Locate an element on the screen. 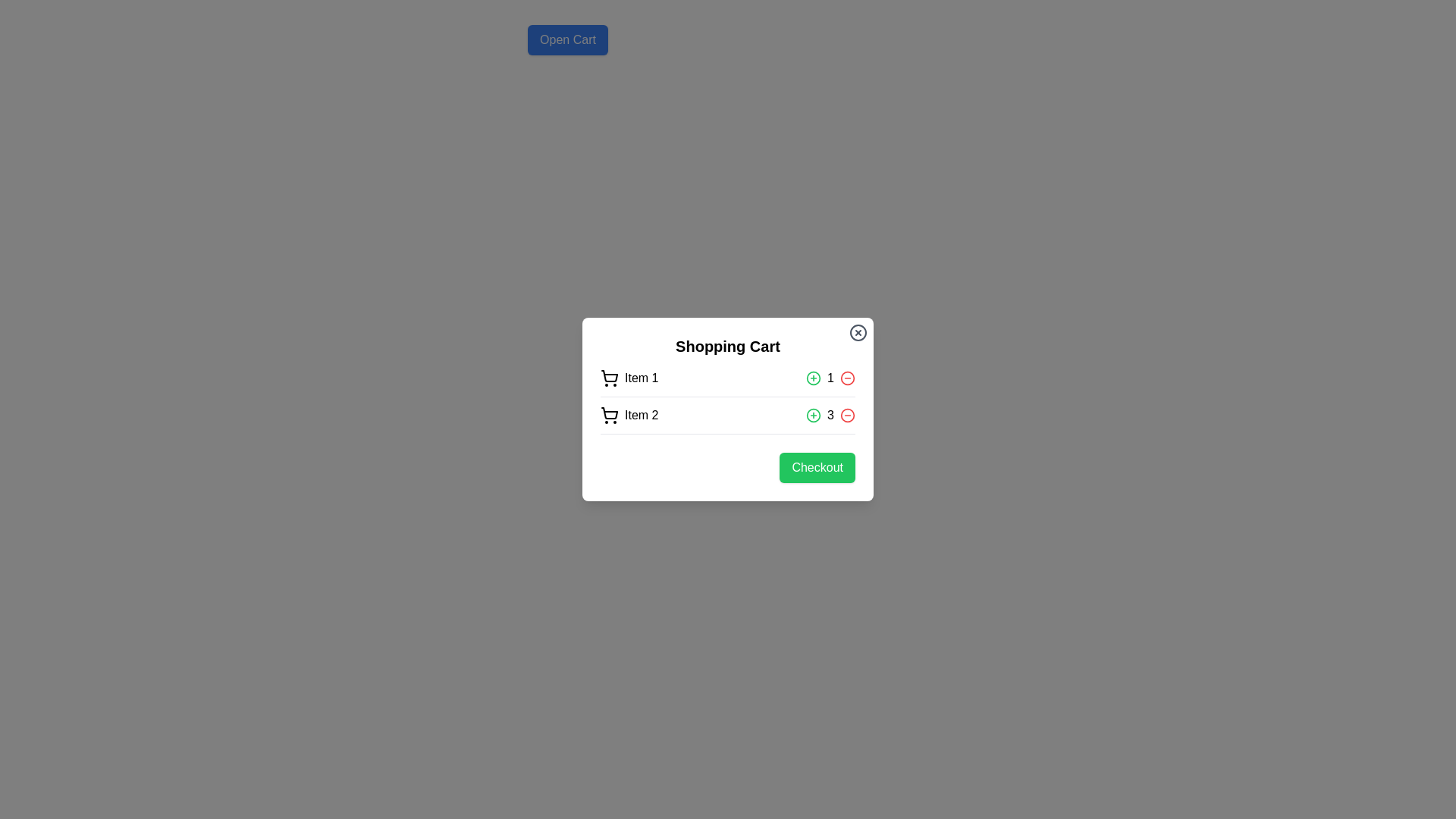 Image resolution: width=1456 pixels, height=819 pixels. the Text label displaying the product name 'Item 1' in the shopping cart, which is aligned to the left side and is the first entry in the list of cart items is located at coordinates (629, 377).